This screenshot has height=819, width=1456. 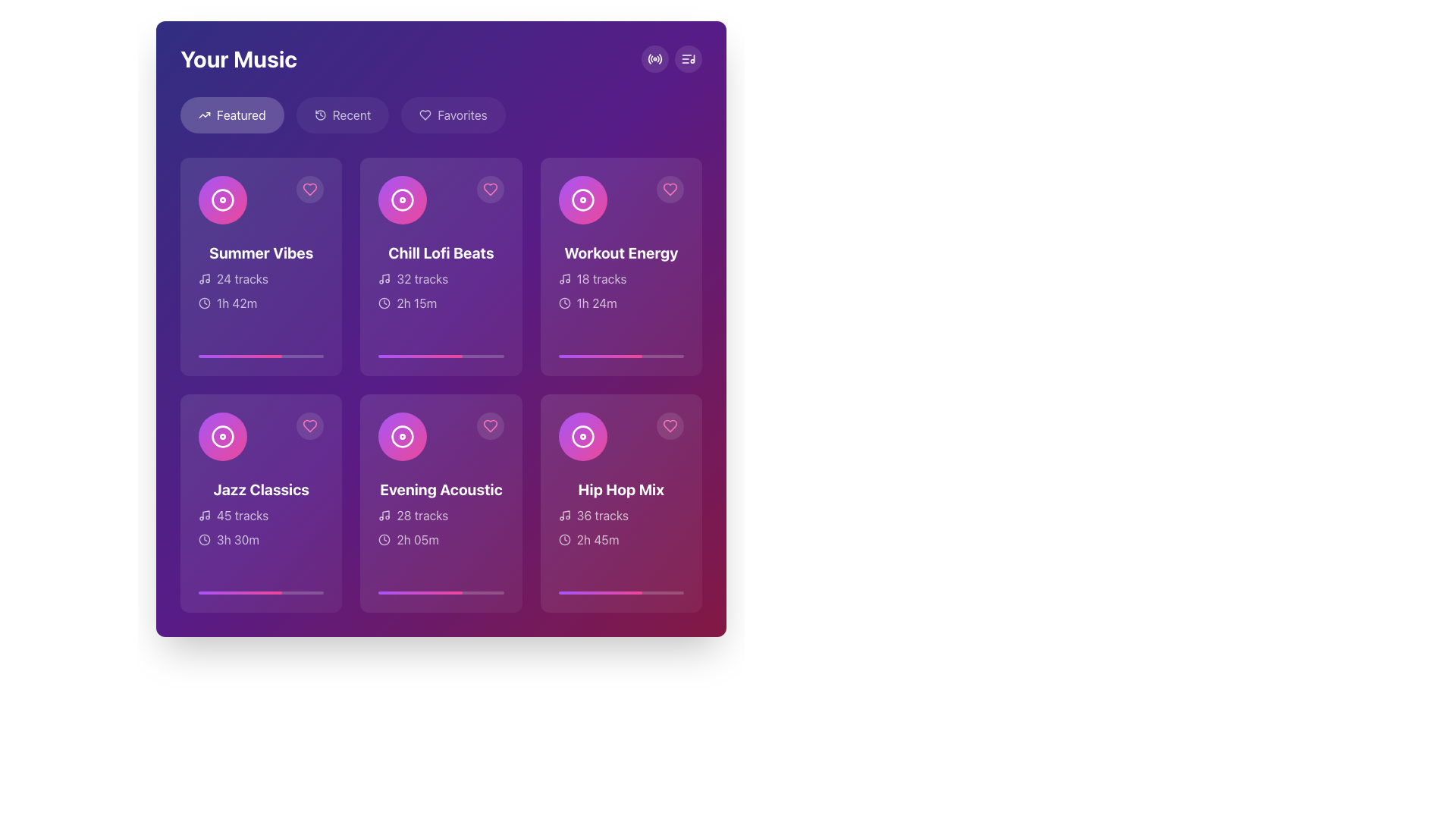 What do you see at coordinates (422, 278) in the screenshot?
I see `the text element displaying '32 tracks' located beneath the title and icon in the 'Chill Lofi Beats' content card` at bounding box center [422, 278].